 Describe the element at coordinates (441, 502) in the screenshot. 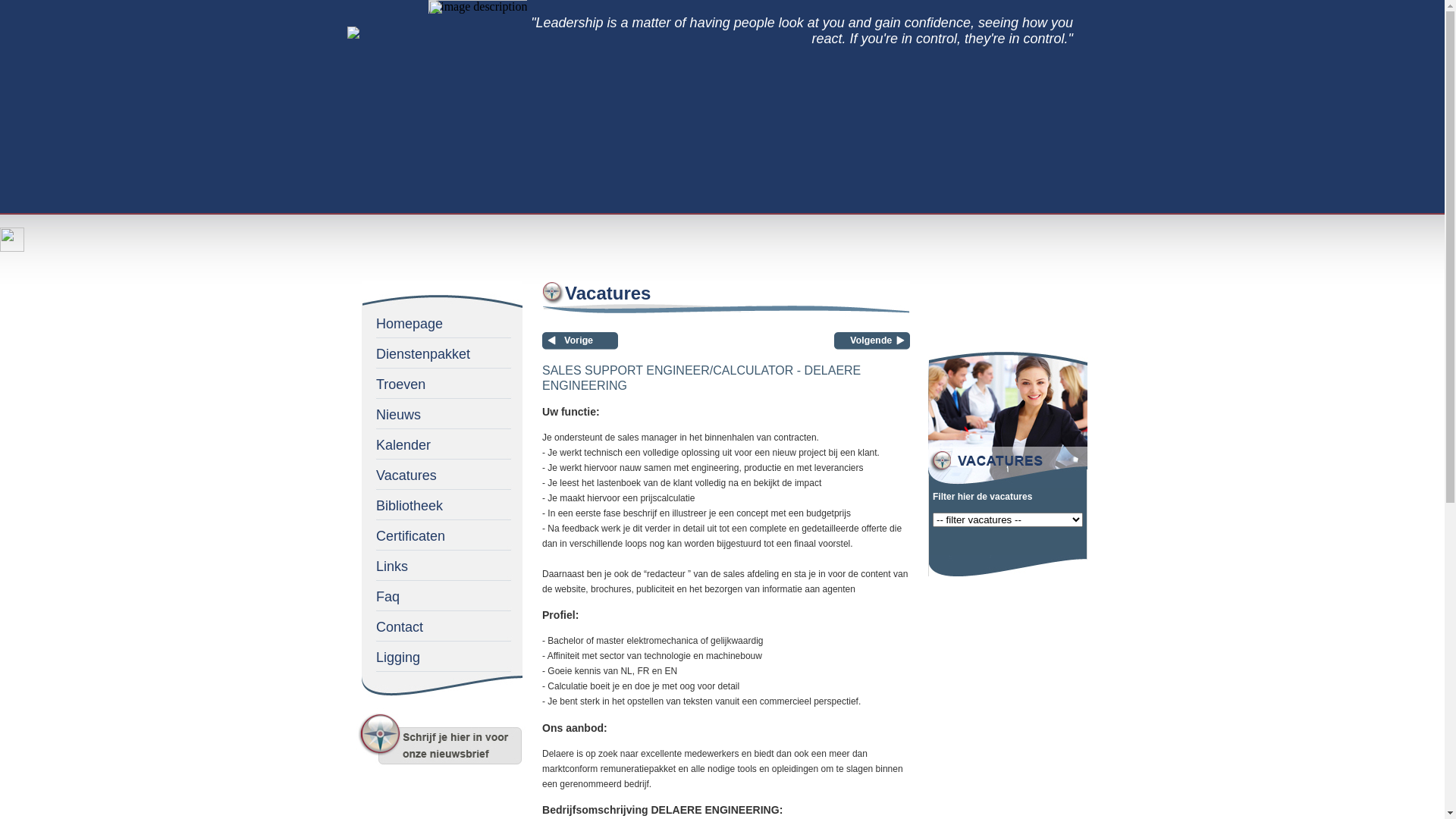

I see `'Bibliotheek'` at that location.